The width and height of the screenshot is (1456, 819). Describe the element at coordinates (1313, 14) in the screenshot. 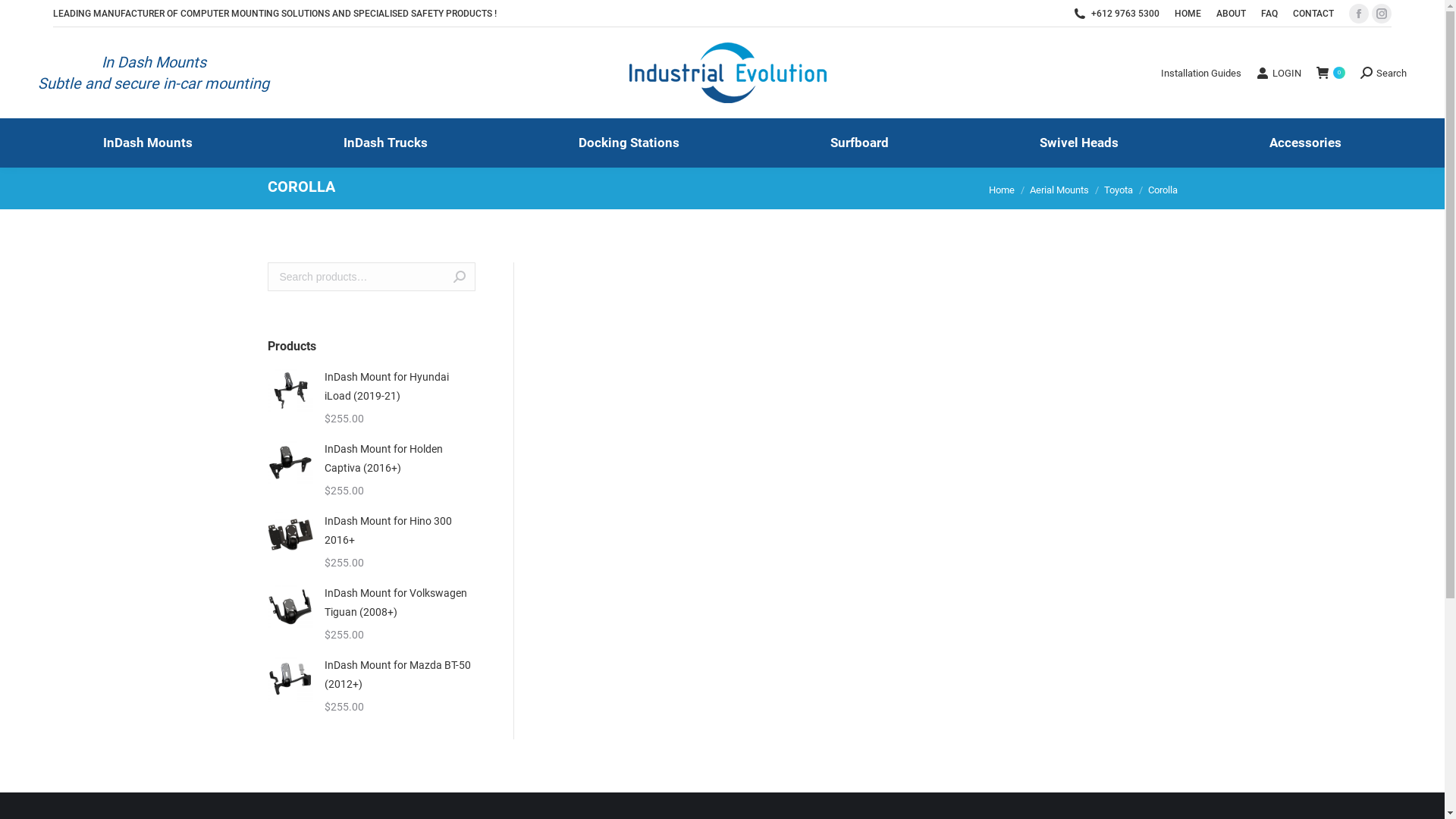

I see `'CONTACT'` at that location.